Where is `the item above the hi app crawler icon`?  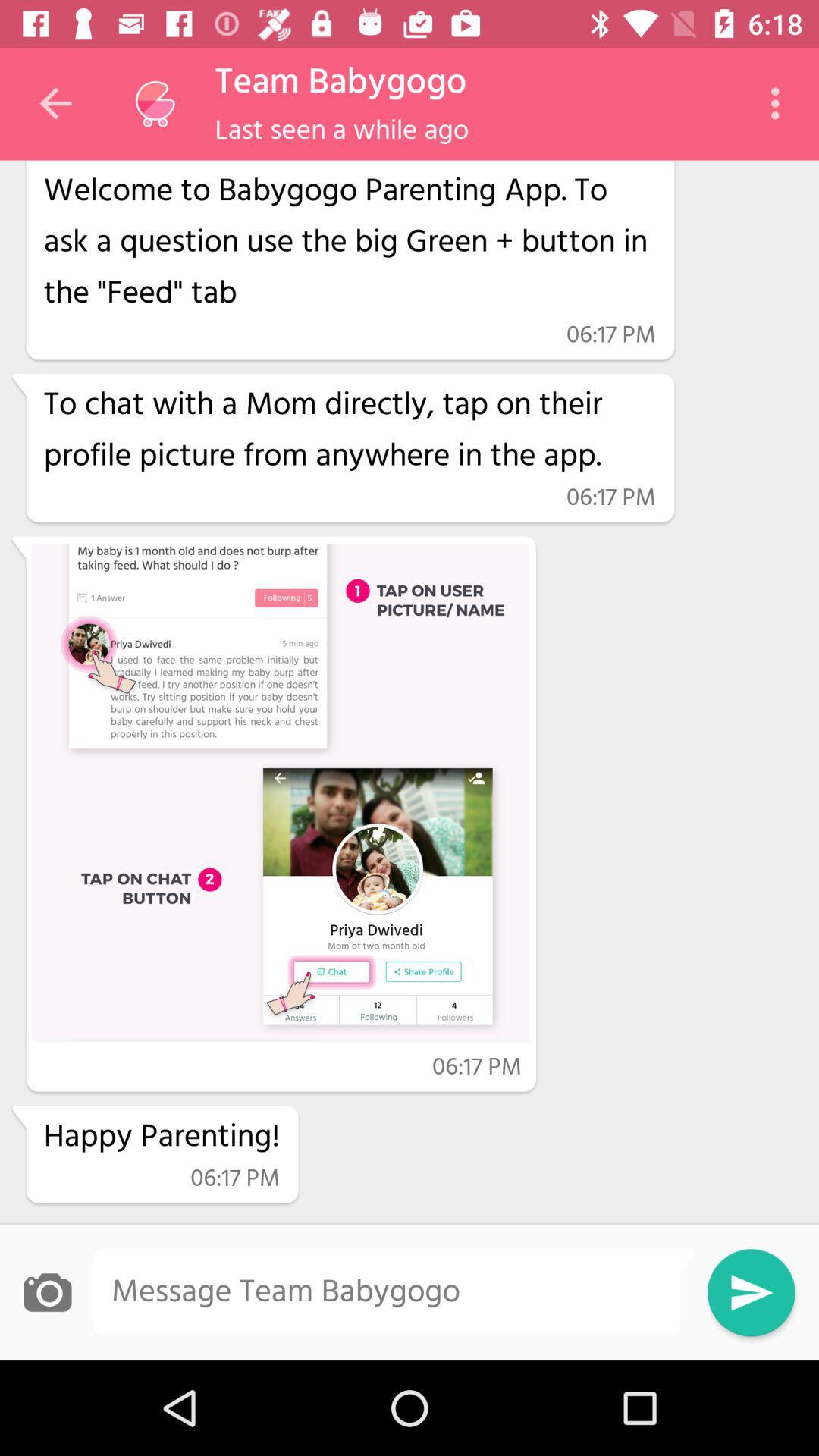
the item above the hi app crawler icon is located at coordinates (342, 131).